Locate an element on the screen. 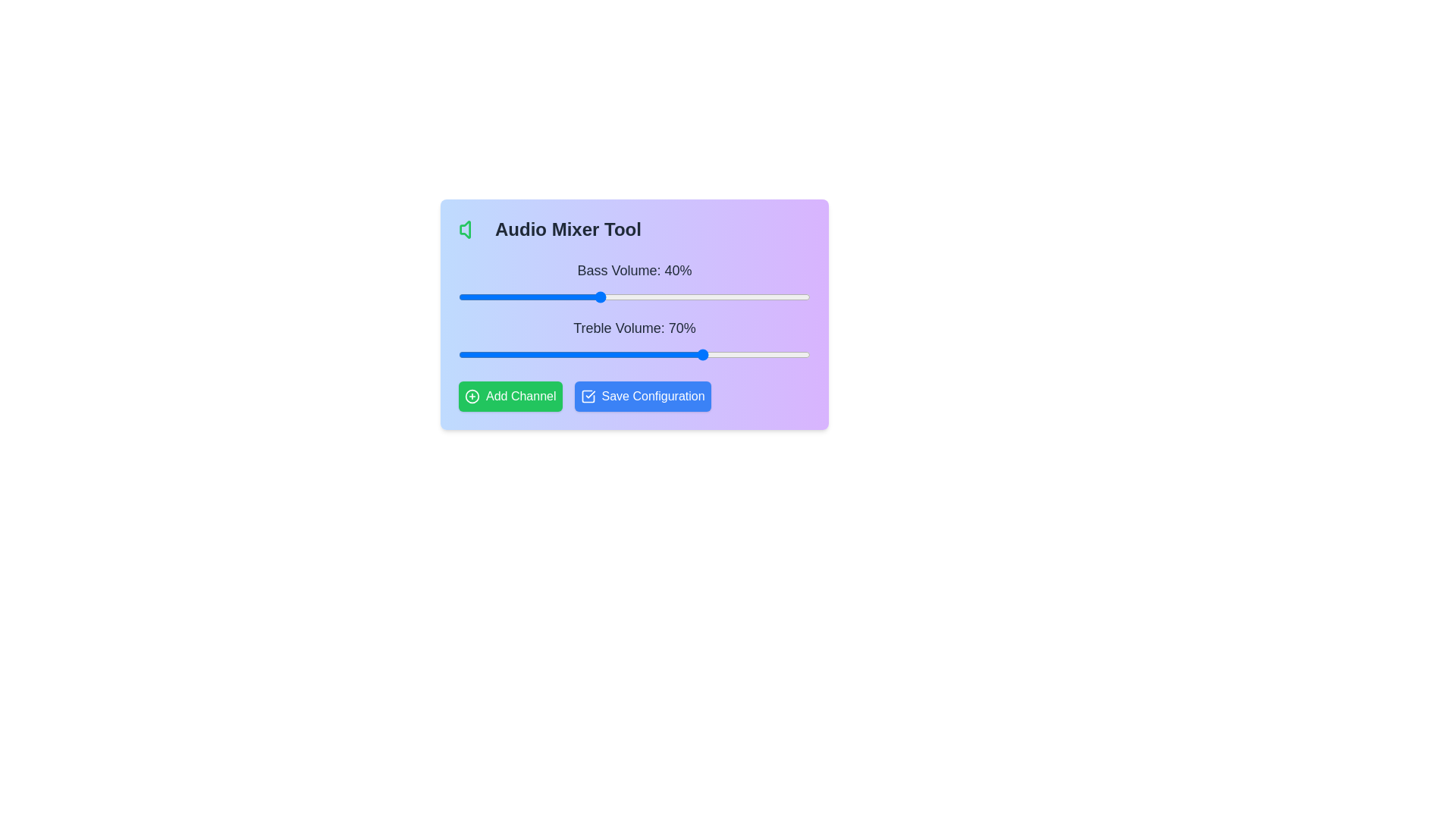  the slider is located at coordinates (754, 297).